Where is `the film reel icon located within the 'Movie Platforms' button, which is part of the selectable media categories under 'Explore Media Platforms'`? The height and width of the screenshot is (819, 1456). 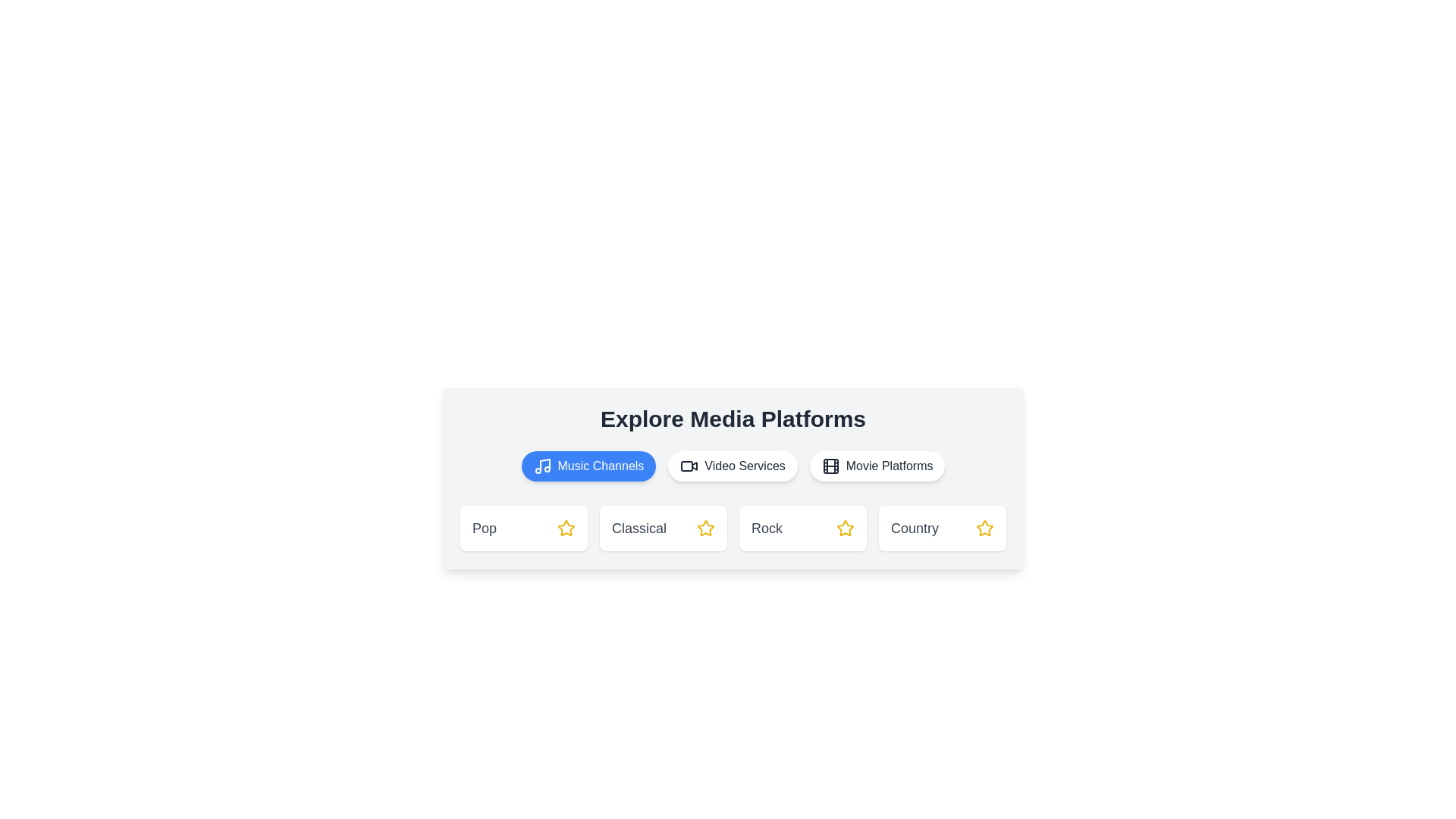 the film reel icon located within the 'Movie Platforms' button, which is part of the selectable media categories under 'Explore Media Platforms' is located at coordinates (830, 465).